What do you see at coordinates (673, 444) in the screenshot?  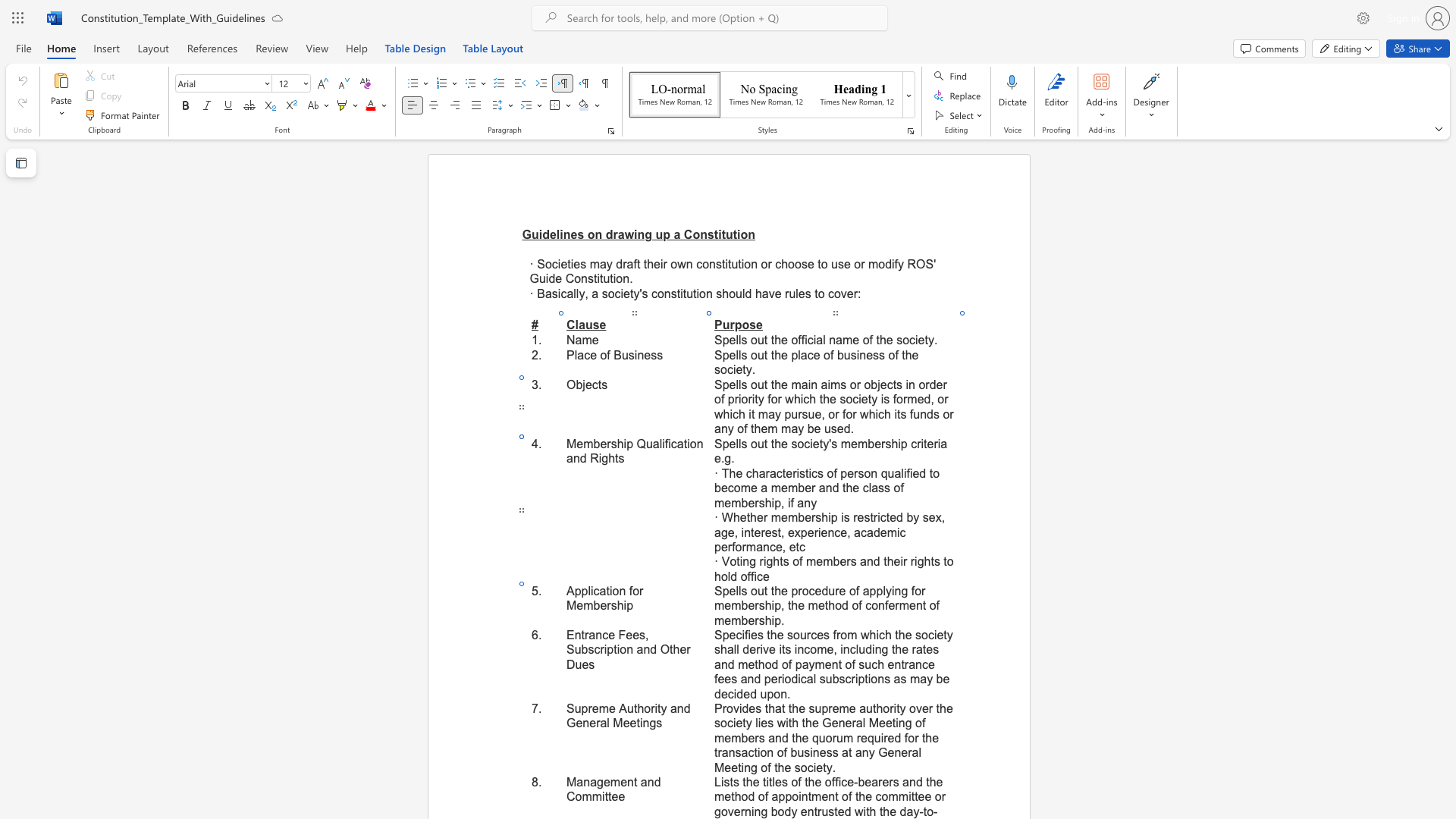 I see `the 1th character "c" in the text` at bounding box center [673, 444].